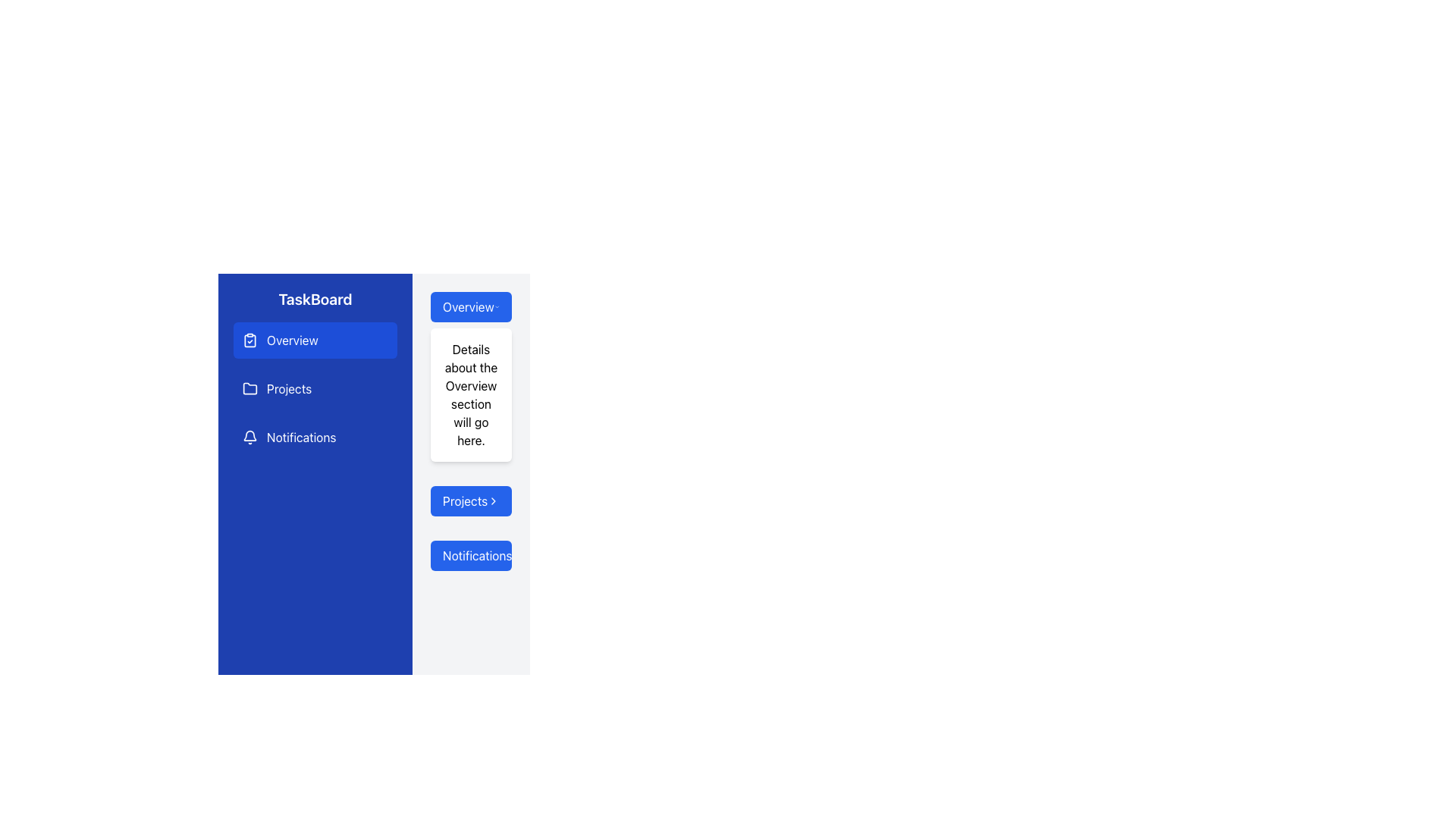  What do you see at coordinates (470, 394) in the screenshot?
I see `the Text Display Box that displays detailed content about the 'Overview' section, located in the center-right section of the interface, below the 'Overview' header button and above the 'Projects' button` at bounding box center [470, 394].